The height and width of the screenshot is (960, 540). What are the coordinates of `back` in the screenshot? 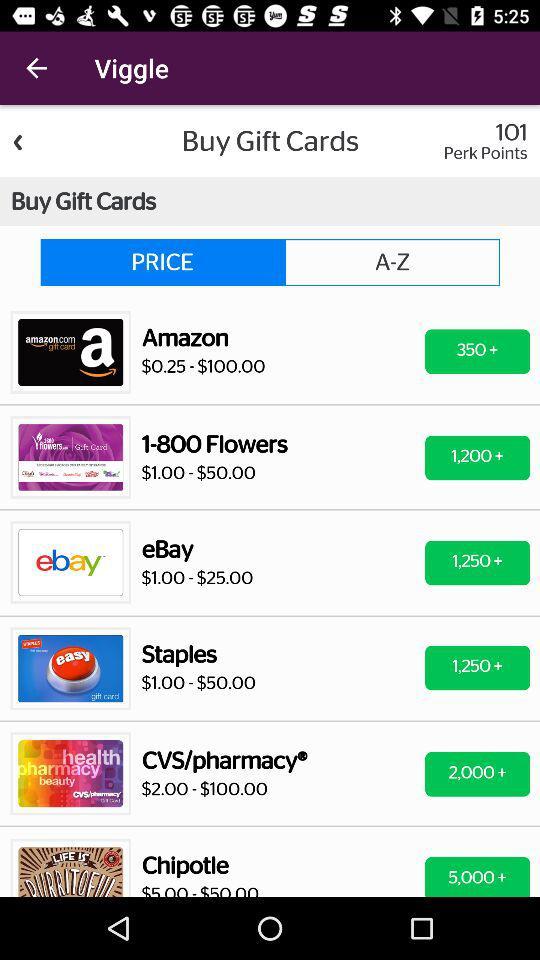 It's located at (270, 500).